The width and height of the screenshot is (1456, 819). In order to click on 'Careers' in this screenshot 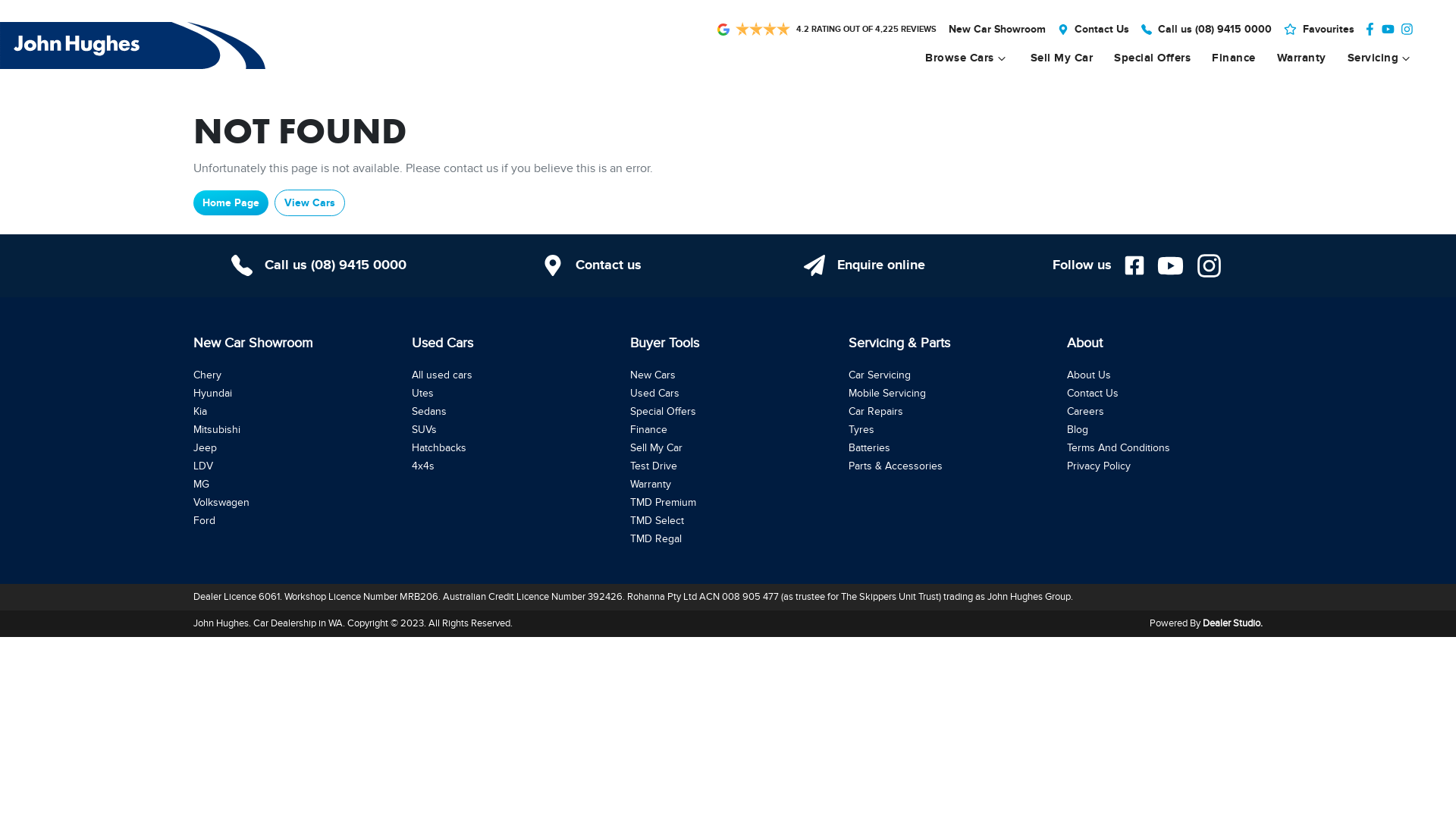, I will do `click(1084, 411)`.